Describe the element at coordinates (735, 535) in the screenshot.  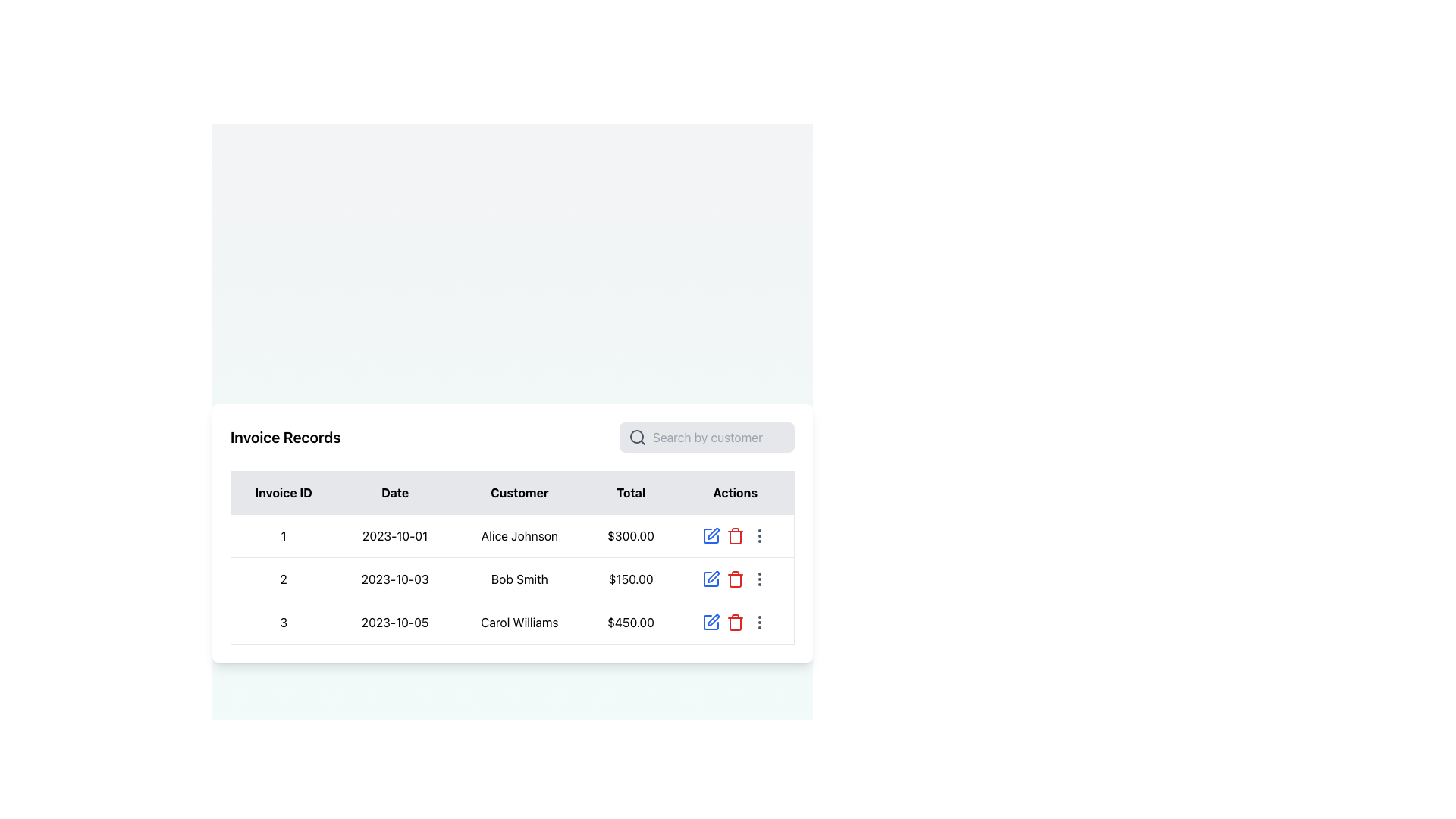
I see `the trash can icon button in the 'Actions' column of the last row to trigger the hover effect, which enlarges the icon slightly` at that location.